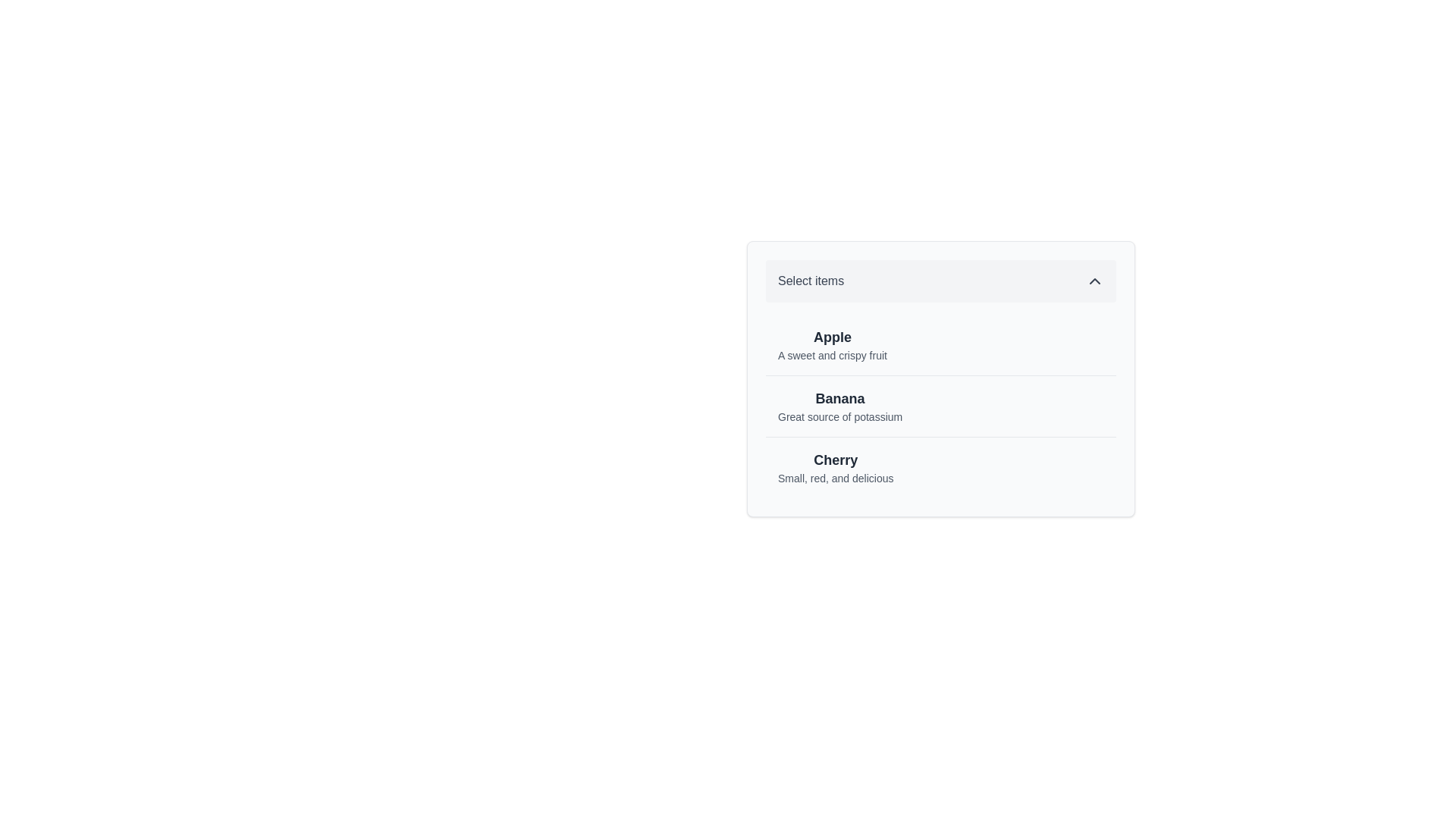 Image resolution: width=1456 pixels, height=819 pixels. What do you see at coordinates (1095, 281) in the screenshot?
I see `the chevron-up icon located in the top-right corner of the 'Select items' button` at bounding box center [1095, 281].